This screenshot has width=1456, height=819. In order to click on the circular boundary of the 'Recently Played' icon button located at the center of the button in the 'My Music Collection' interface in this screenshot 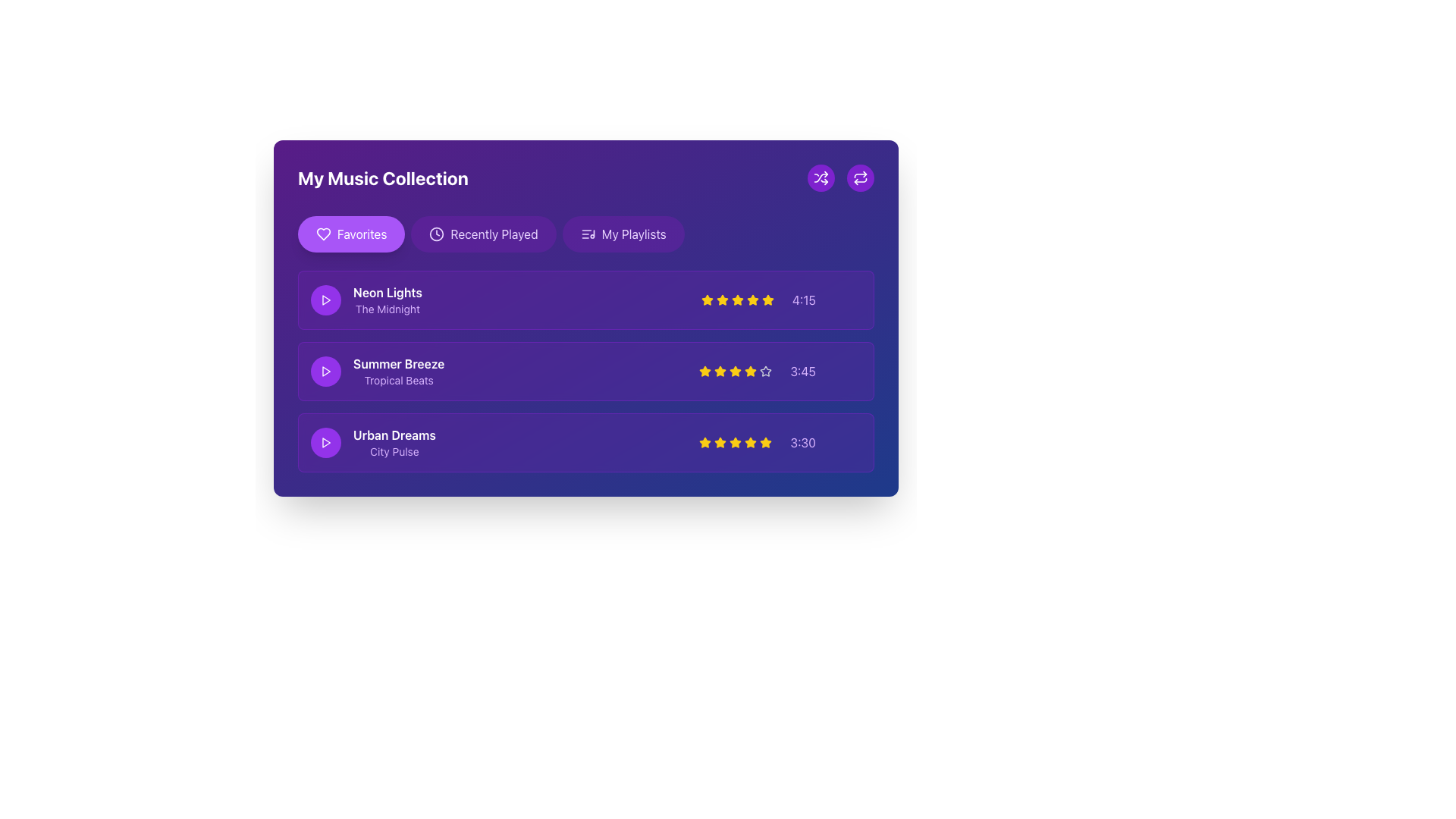, I will do `click(436, 234)`.